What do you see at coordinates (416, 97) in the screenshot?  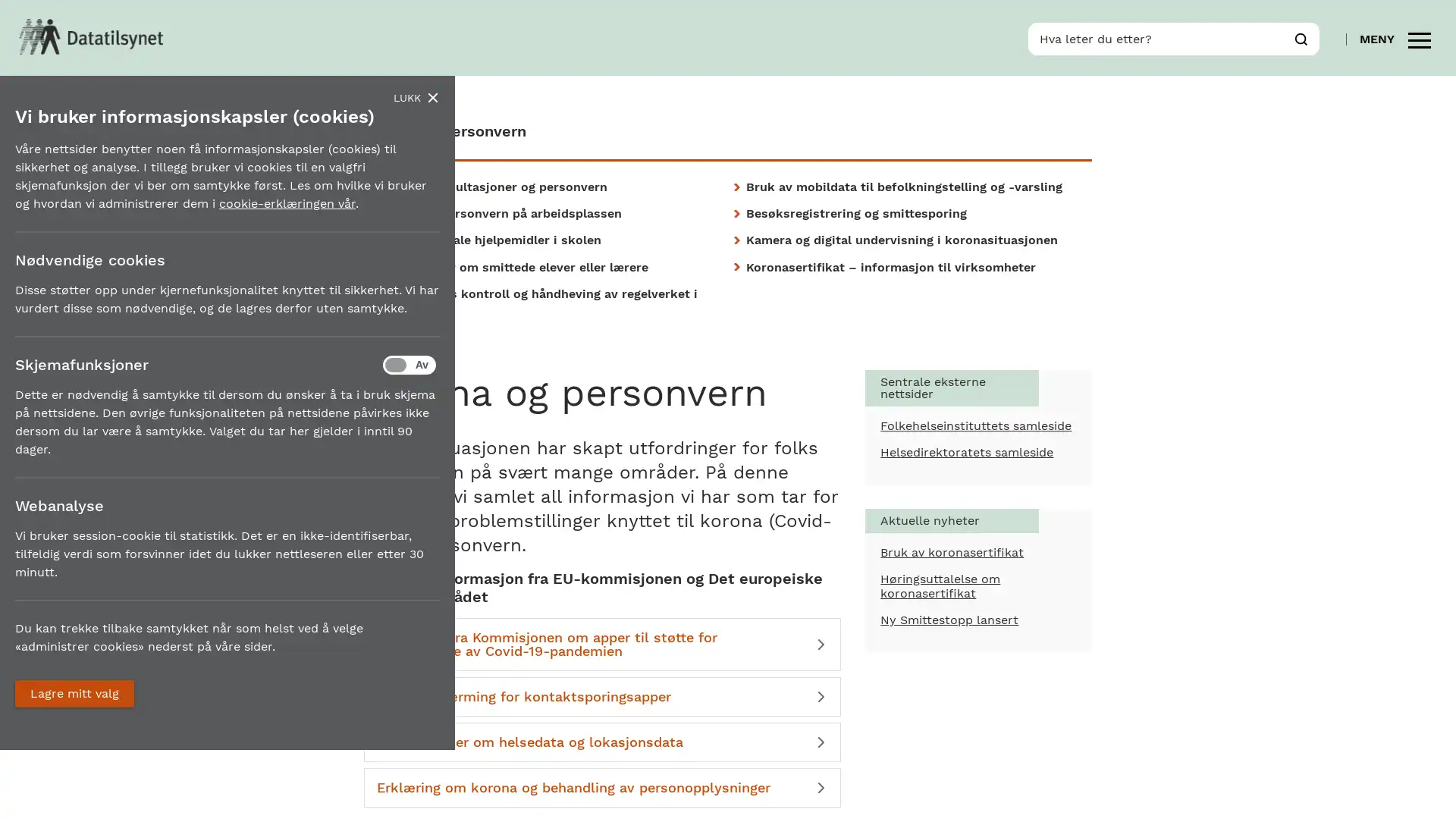 I see `LUKK` at bounding box center [416, 97].